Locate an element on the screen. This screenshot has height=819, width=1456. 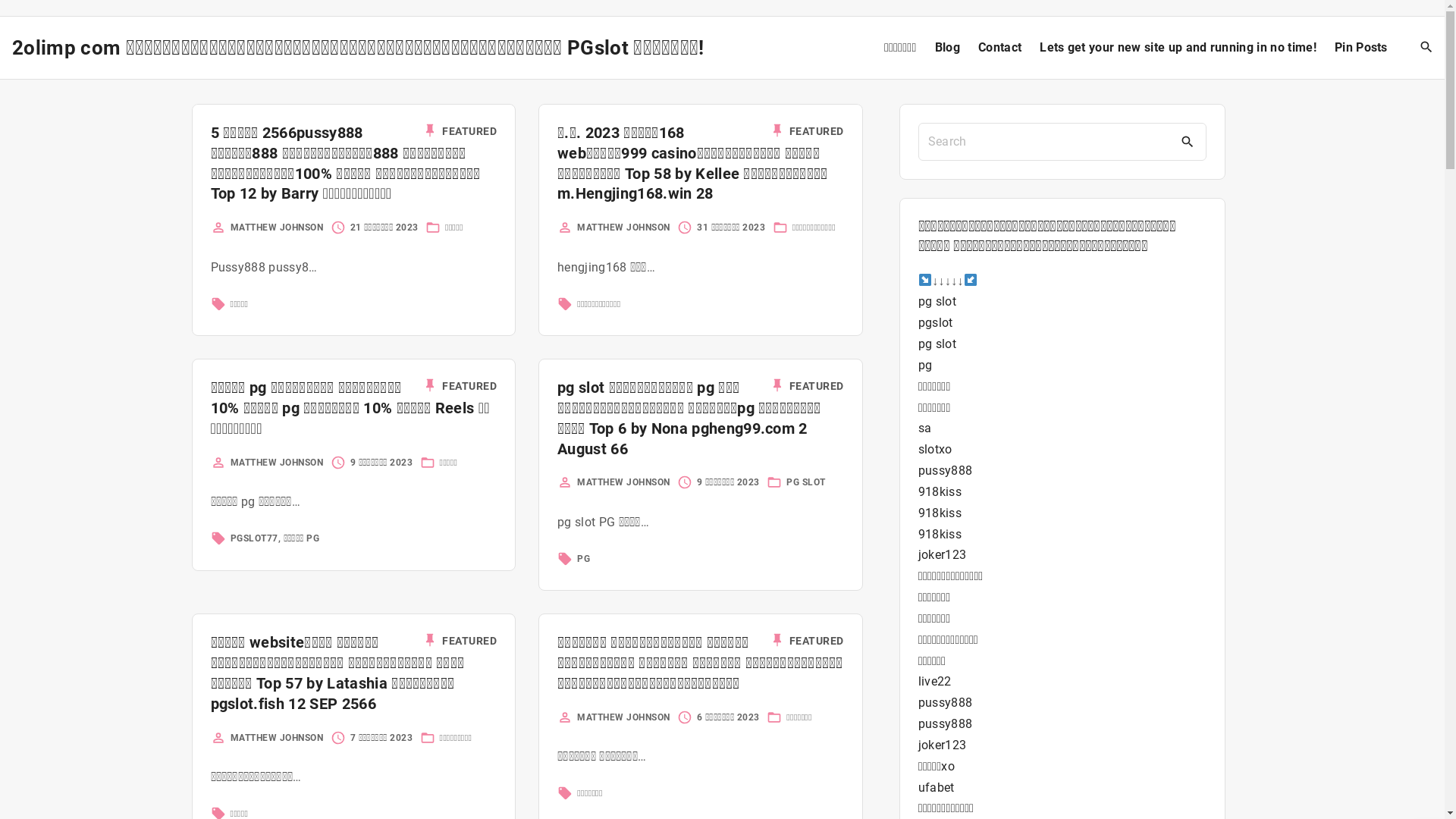
'918kiss' is located at coordinates (939, 533).